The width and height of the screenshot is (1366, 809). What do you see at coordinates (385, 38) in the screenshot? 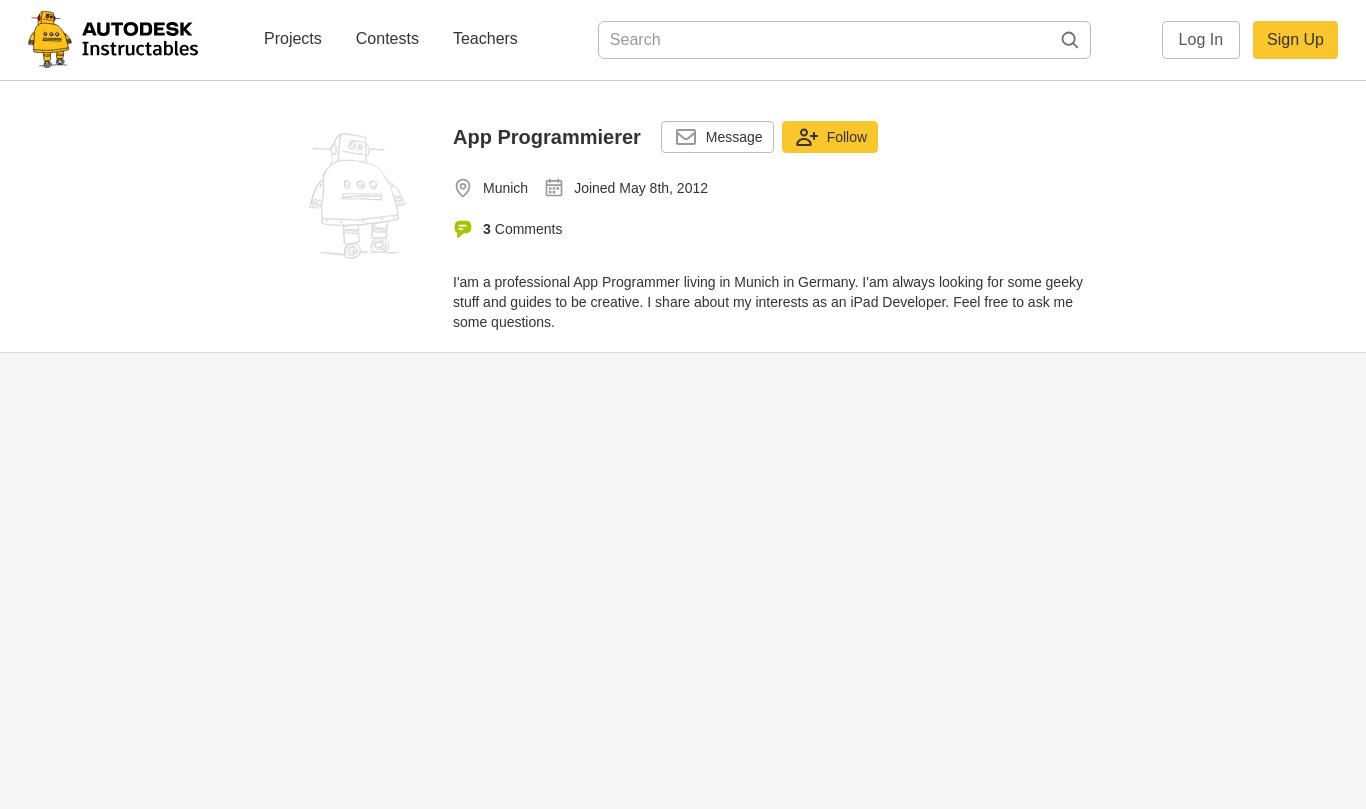
I see `'Contests'` at bounding box center [385, 38].